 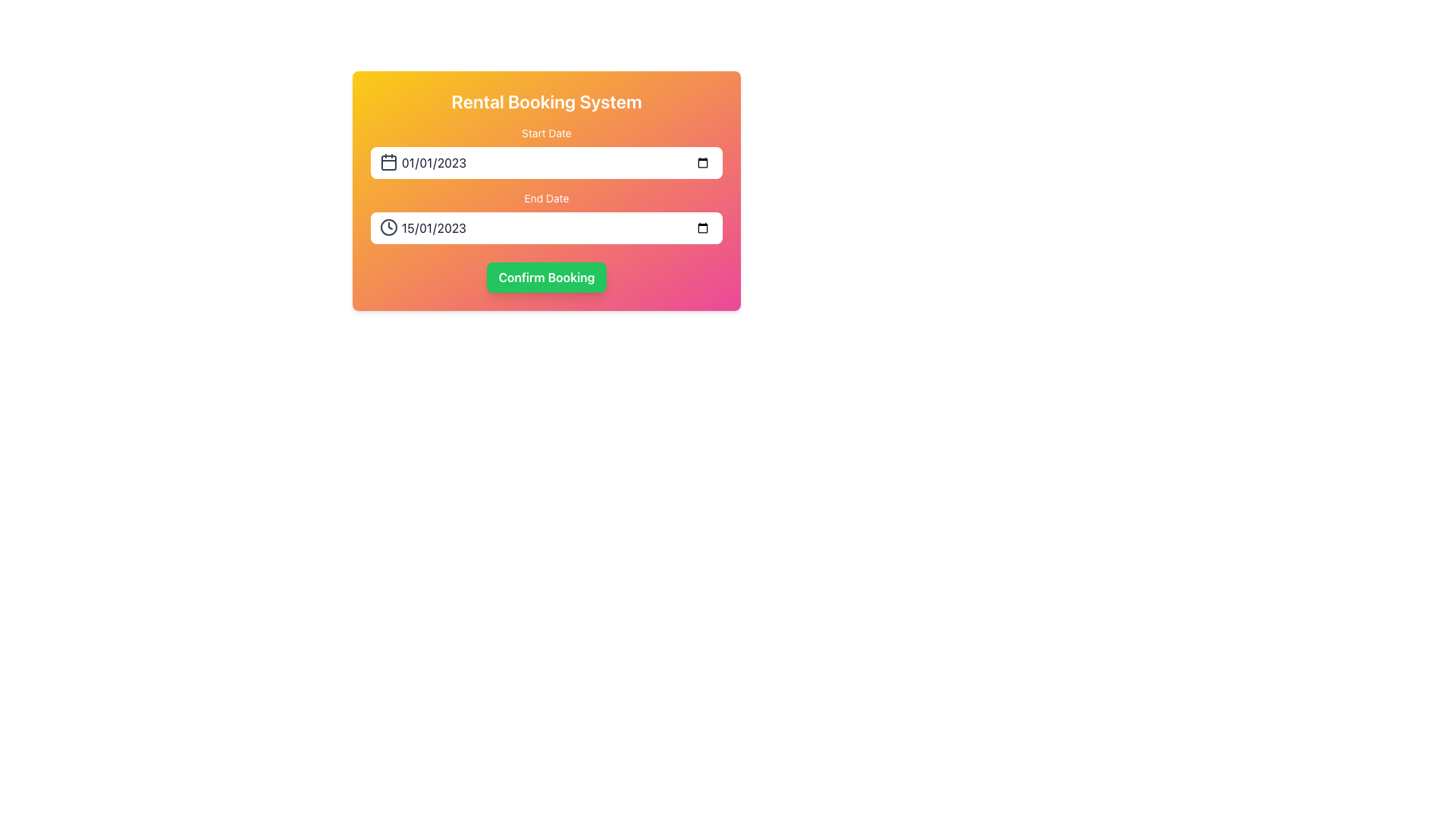 What do you see at coordinates (546, 133) in the screenshot?
I see `the 'Start Date' label, which is styled with a small font size and positioned above the date input field in the form` at bounding box center [546, 133].